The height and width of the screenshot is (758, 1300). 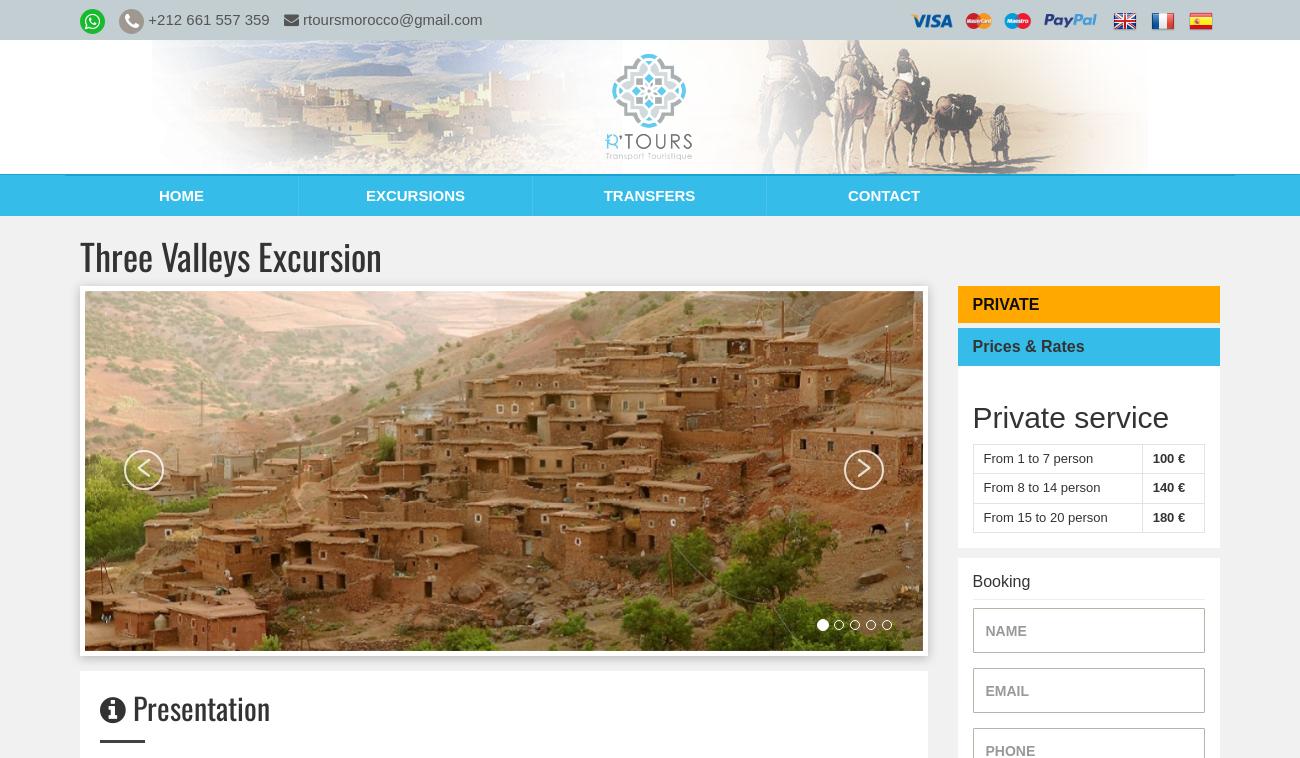 I want to click on 'Prices & Rates', so click(x=972, y=346).